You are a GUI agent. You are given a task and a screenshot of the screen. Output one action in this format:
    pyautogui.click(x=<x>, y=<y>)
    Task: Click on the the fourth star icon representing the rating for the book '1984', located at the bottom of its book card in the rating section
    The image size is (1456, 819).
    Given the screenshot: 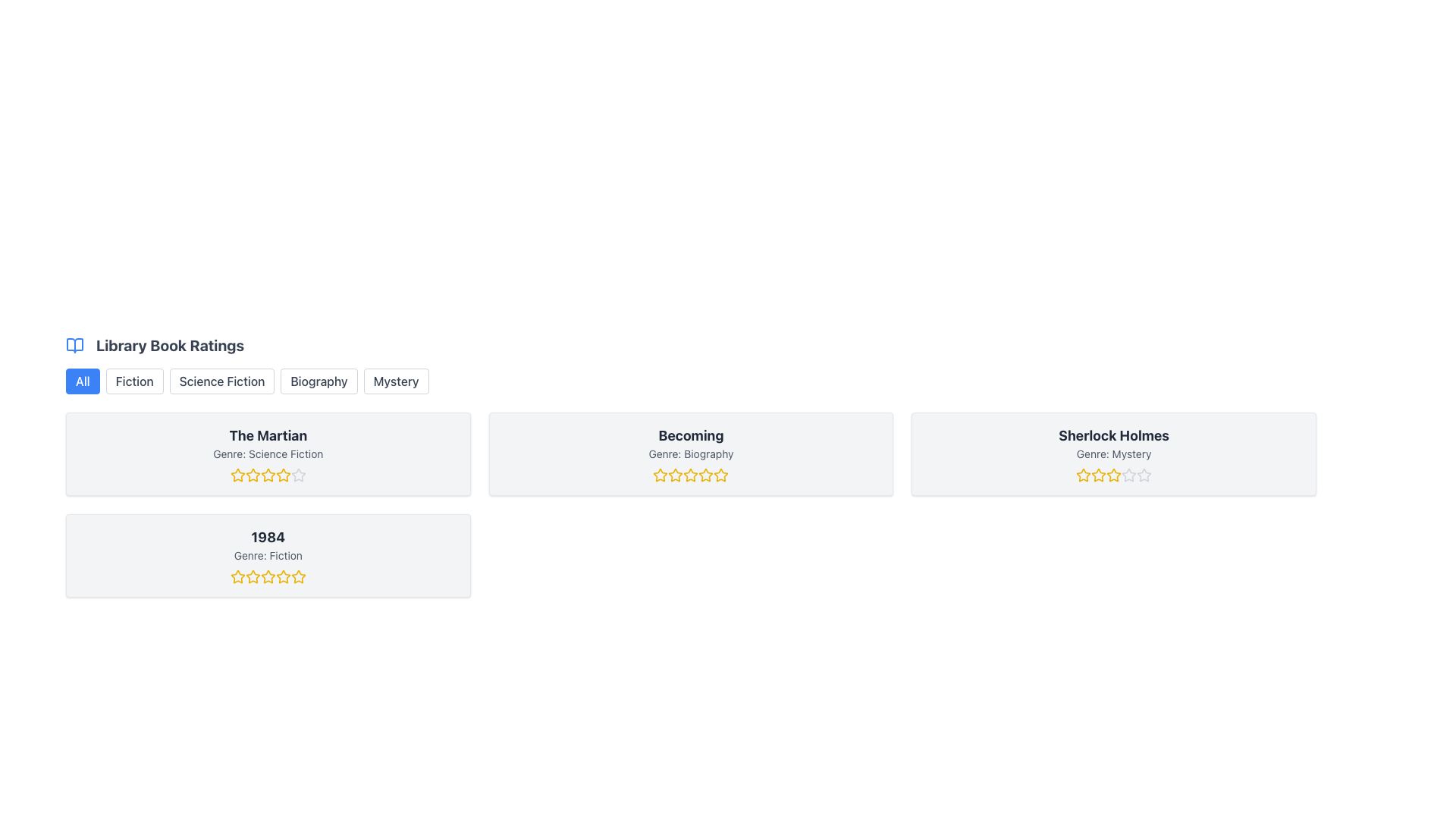 What is the action you would take?
    pyautogui.click(x=268, y=576)
    